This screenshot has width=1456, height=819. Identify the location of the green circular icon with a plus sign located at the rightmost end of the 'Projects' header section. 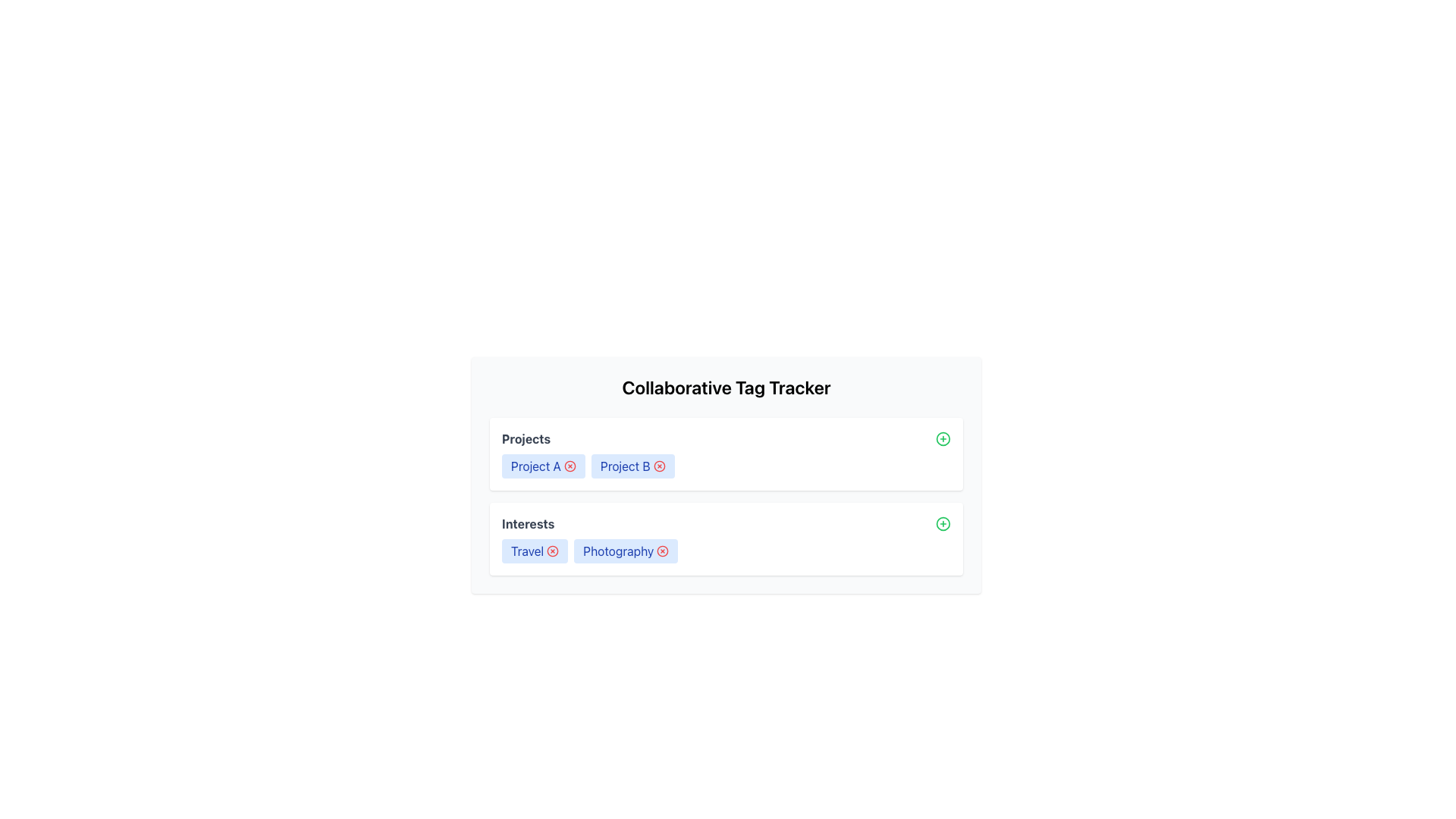
(942, 438).